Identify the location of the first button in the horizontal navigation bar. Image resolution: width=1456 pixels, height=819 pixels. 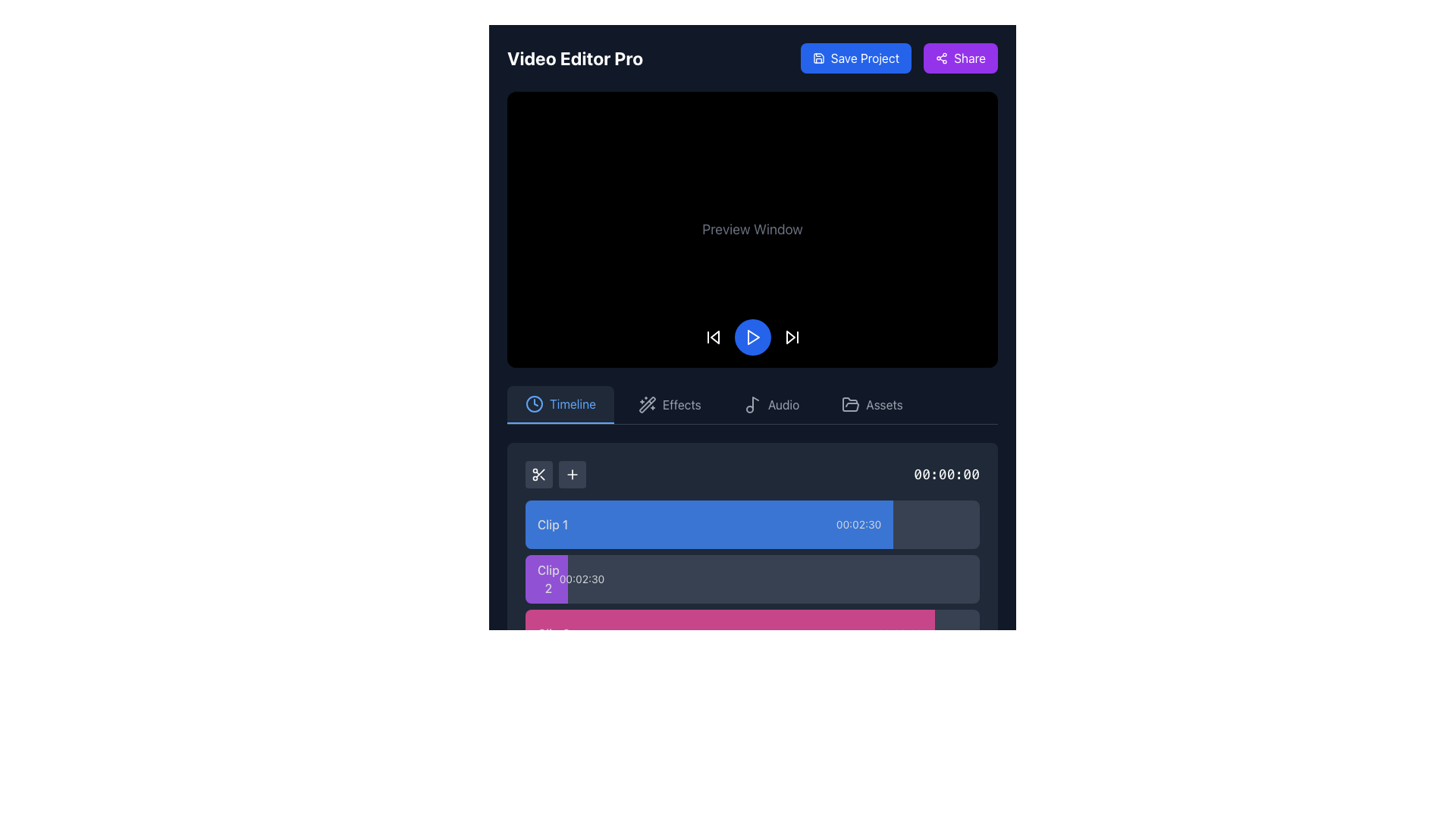
(560, 403).